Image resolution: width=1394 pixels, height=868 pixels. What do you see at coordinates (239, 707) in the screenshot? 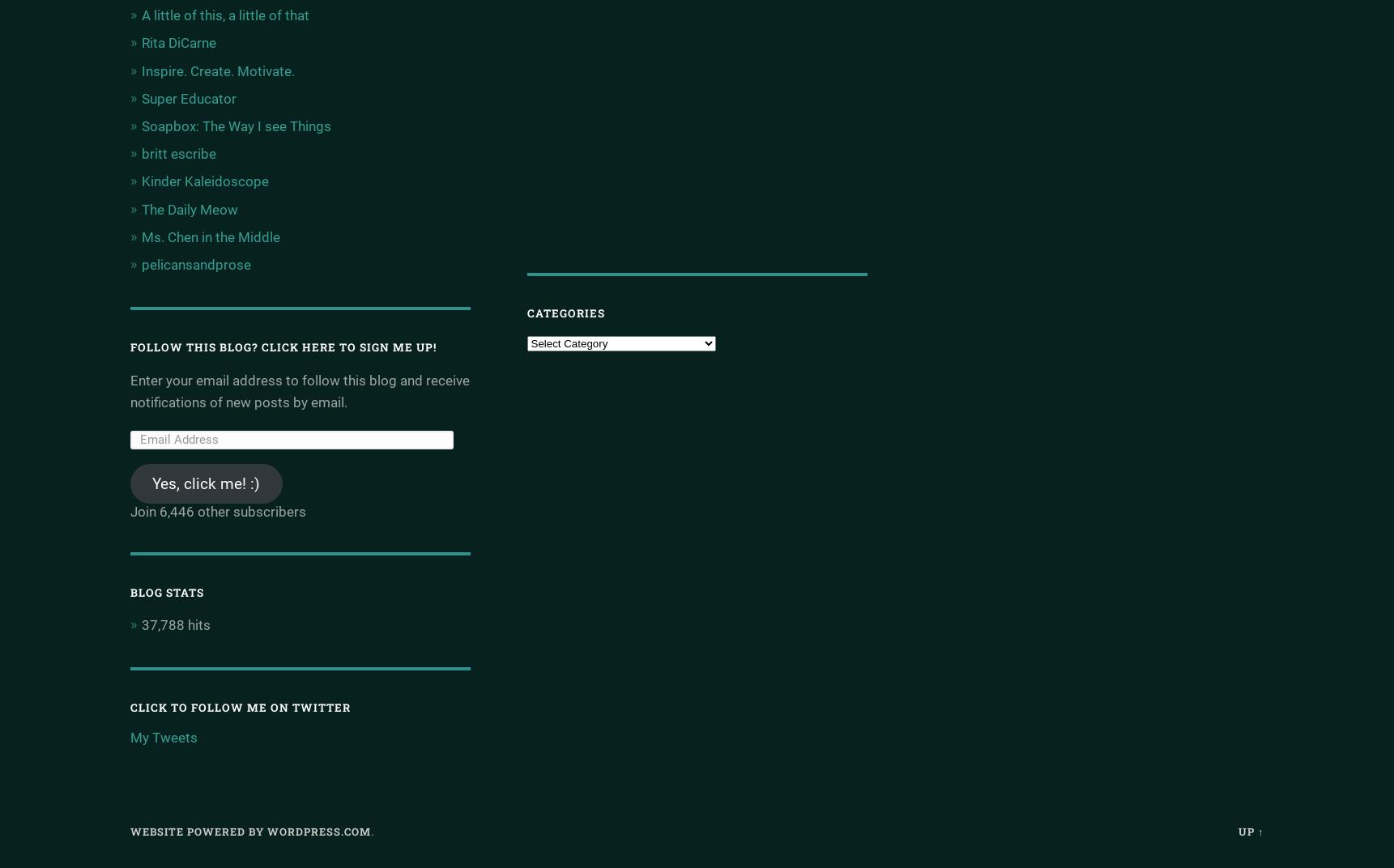
I see `'Click to follow me on Twitter'` at bounding box center [239, 707].